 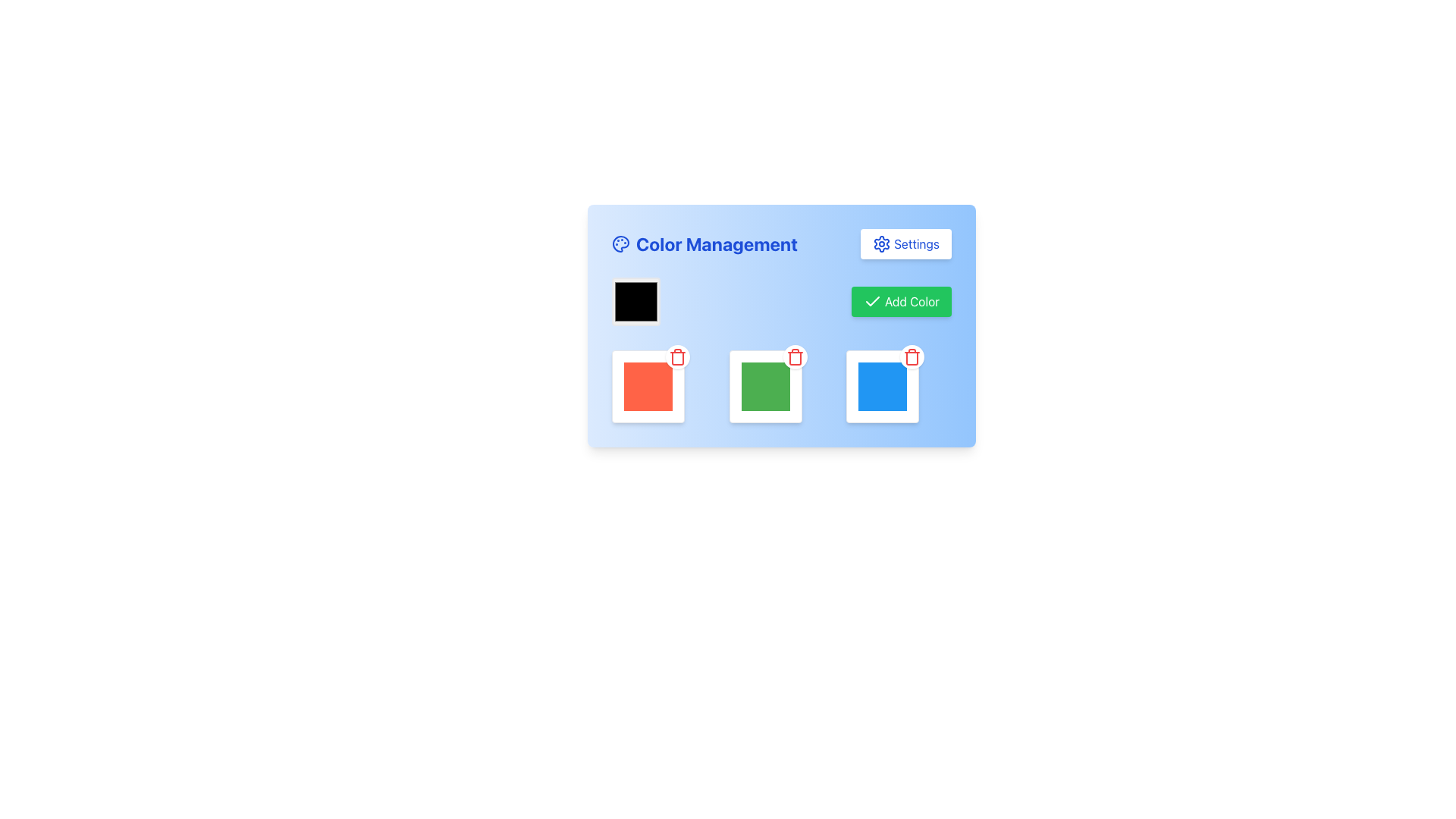 What do you see at coordinates (912, 356) in the screenshot?
I see `the circular button with a white background and red border, featuring a trash can icon, located at the top-right corner of the blue color square in the color management panel` at bounding box center [912, 356].